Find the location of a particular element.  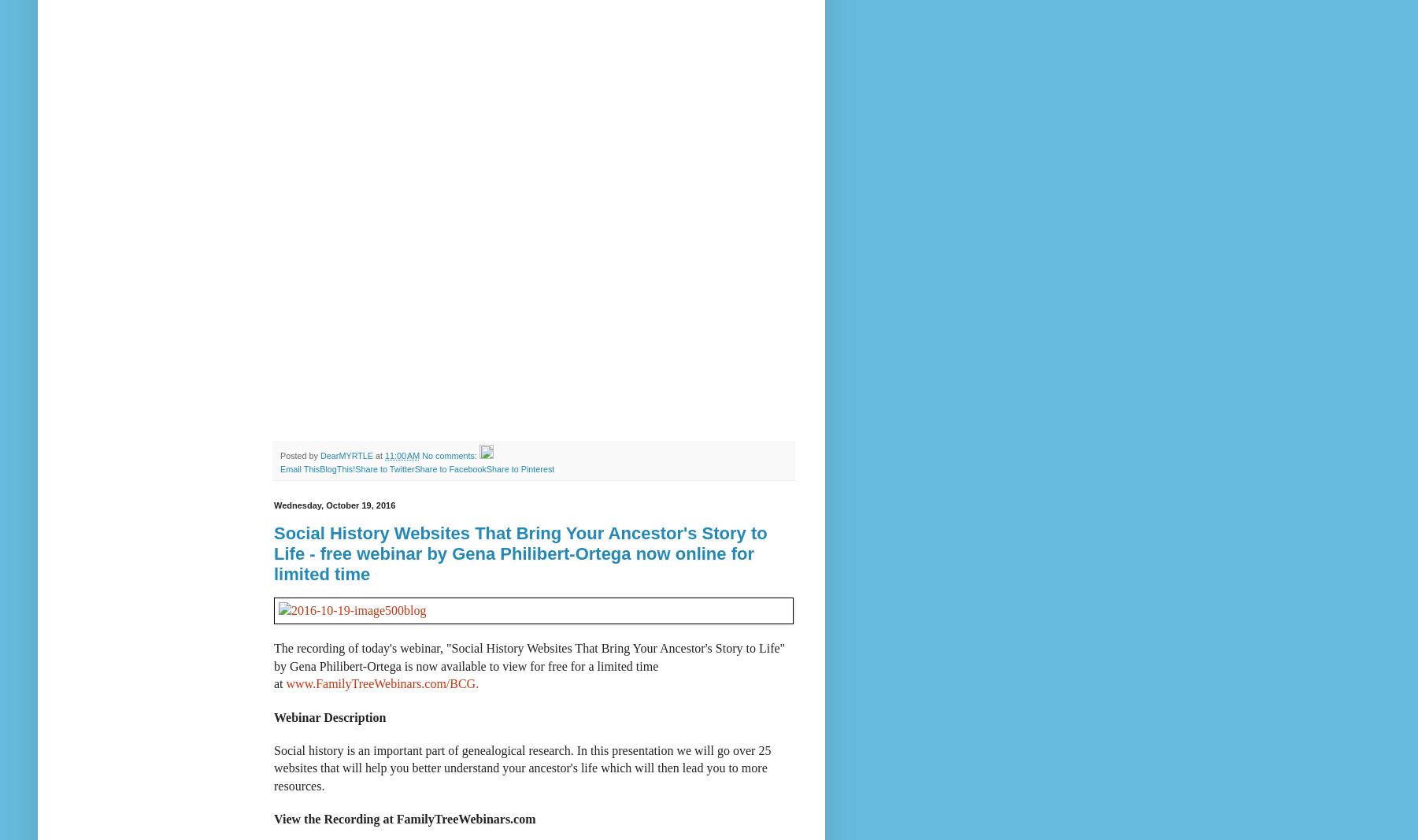

'Share to Pinterest' is located at coordinates (519, 469).